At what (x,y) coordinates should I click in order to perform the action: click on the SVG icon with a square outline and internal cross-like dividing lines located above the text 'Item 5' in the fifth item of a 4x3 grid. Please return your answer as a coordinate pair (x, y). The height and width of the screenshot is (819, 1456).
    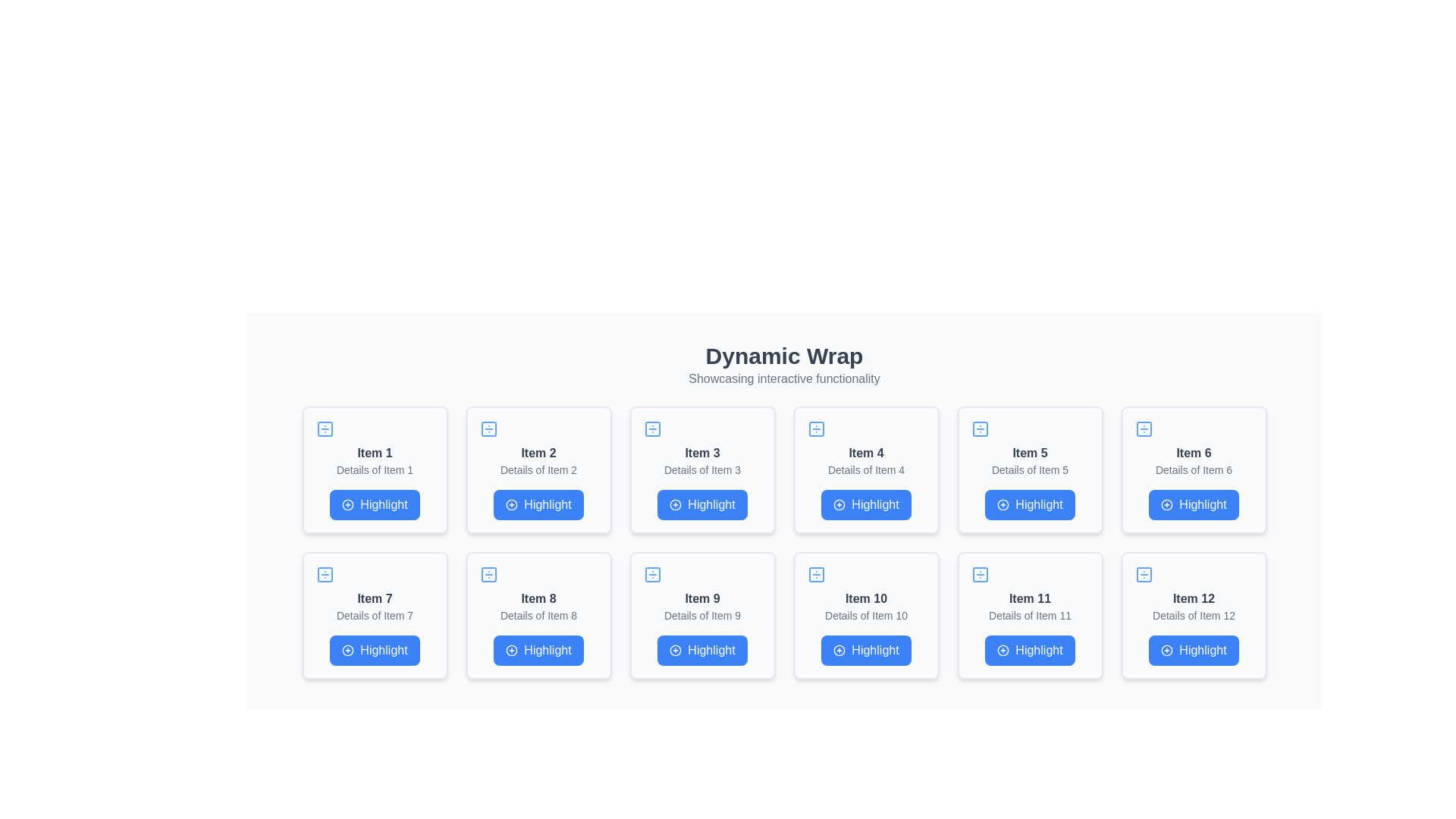
    Looking at the image, I should click on (980, 429).